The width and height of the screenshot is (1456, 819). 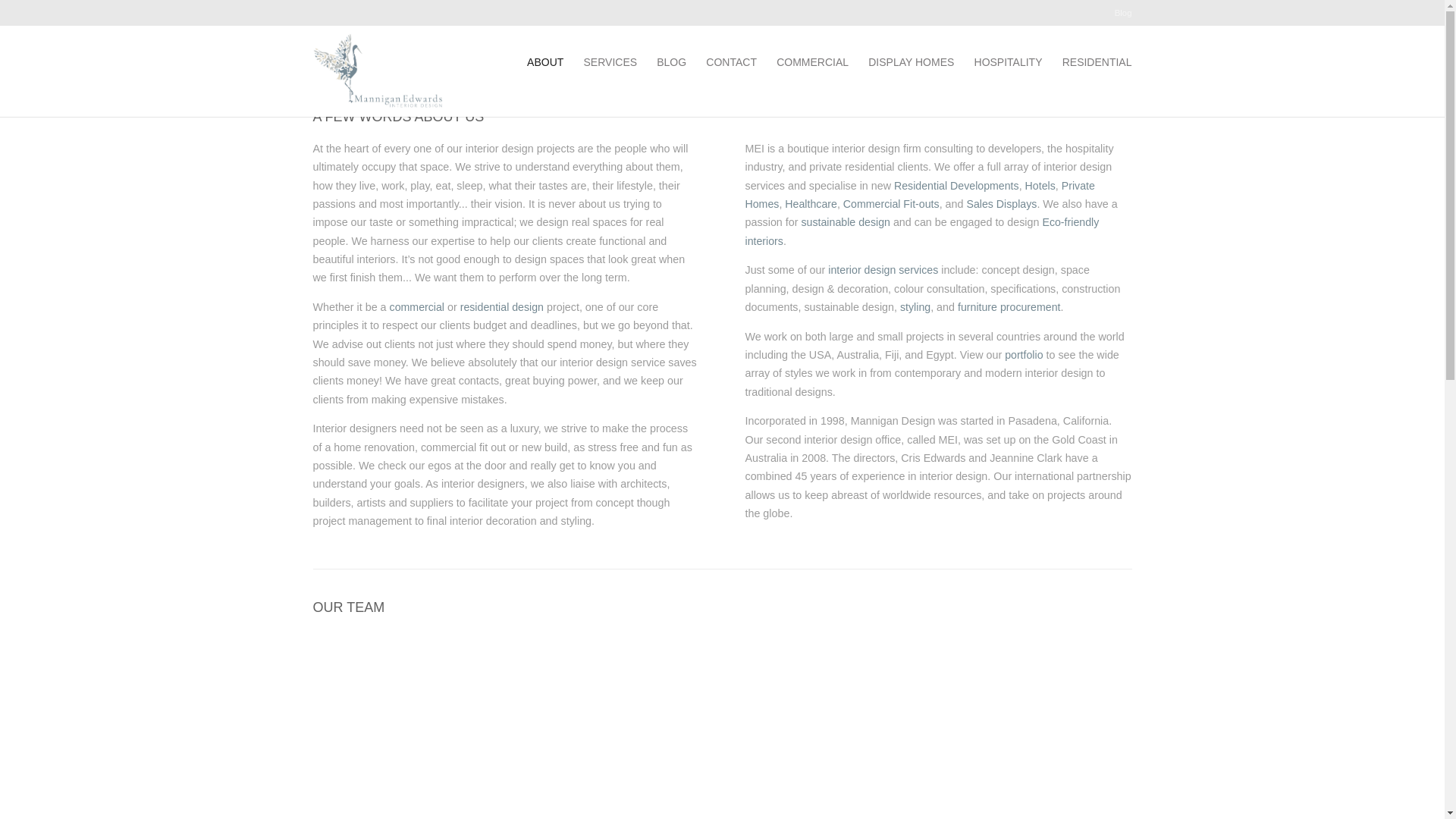 What do you see at coordinates (955, 185) in the screenshot?
I see `'Residential Developments'` at bounding box center [955, 185].